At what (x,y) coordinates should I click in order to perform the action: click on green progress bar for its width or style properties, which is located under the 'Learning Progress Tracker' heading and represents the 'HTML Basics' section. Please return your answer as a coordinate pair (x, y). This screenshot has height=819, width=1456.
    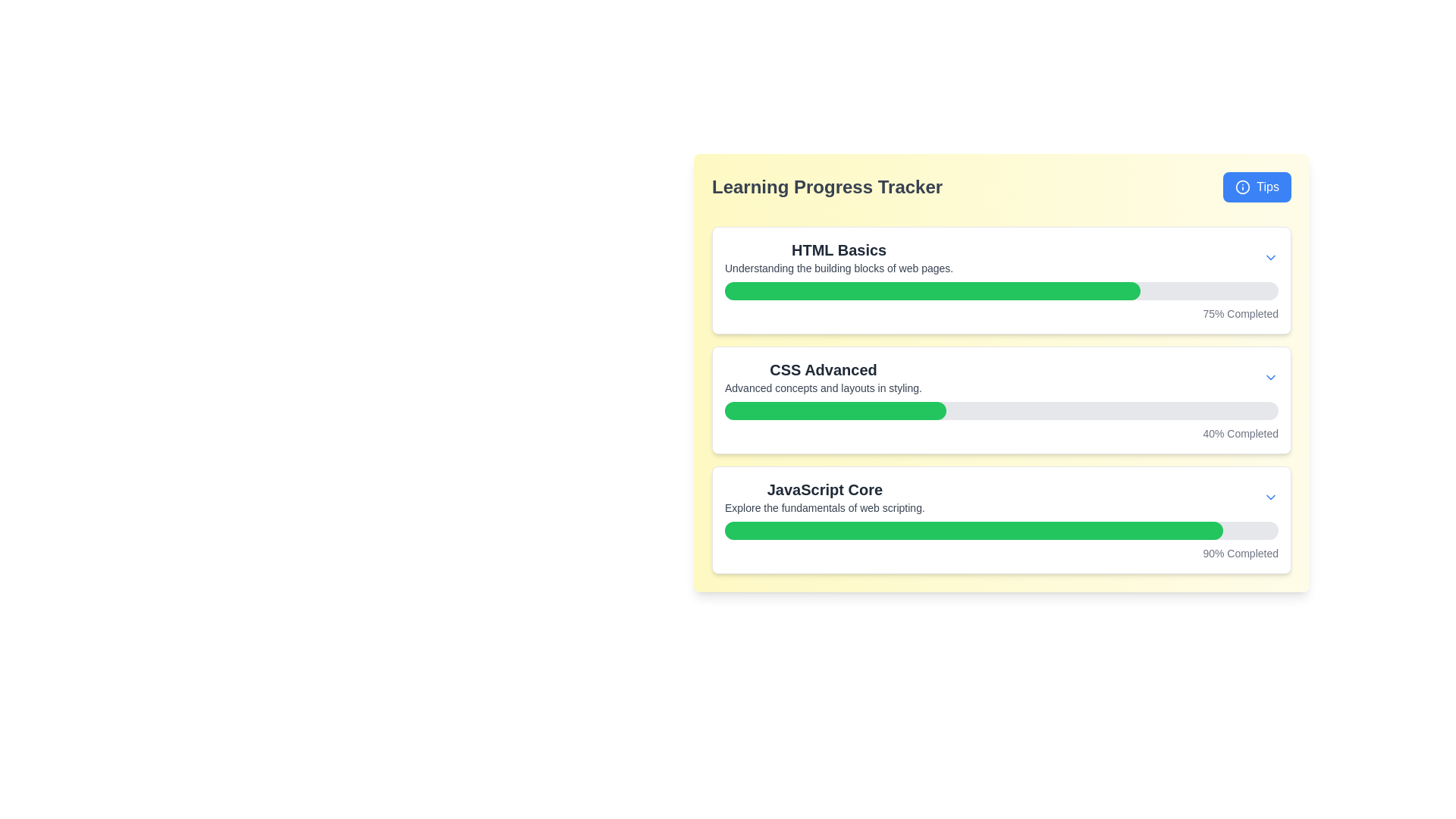
    Looking at the image, I should click on (931, 291).